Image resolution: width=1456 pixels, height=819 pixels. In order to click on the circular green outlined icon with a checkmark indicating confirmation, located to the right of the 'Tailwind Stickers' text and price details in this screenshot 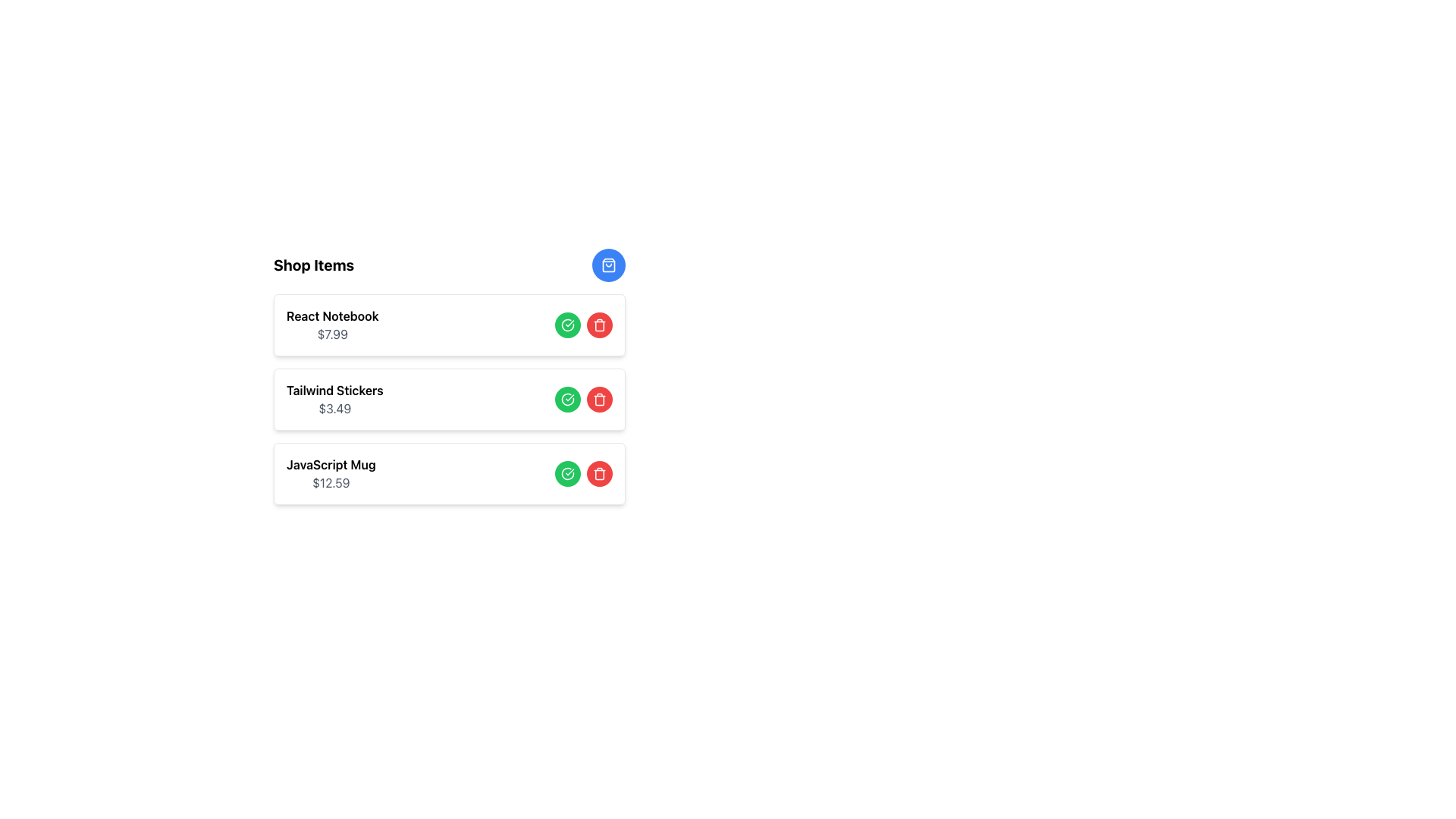, I will do `click(566, 324)`.